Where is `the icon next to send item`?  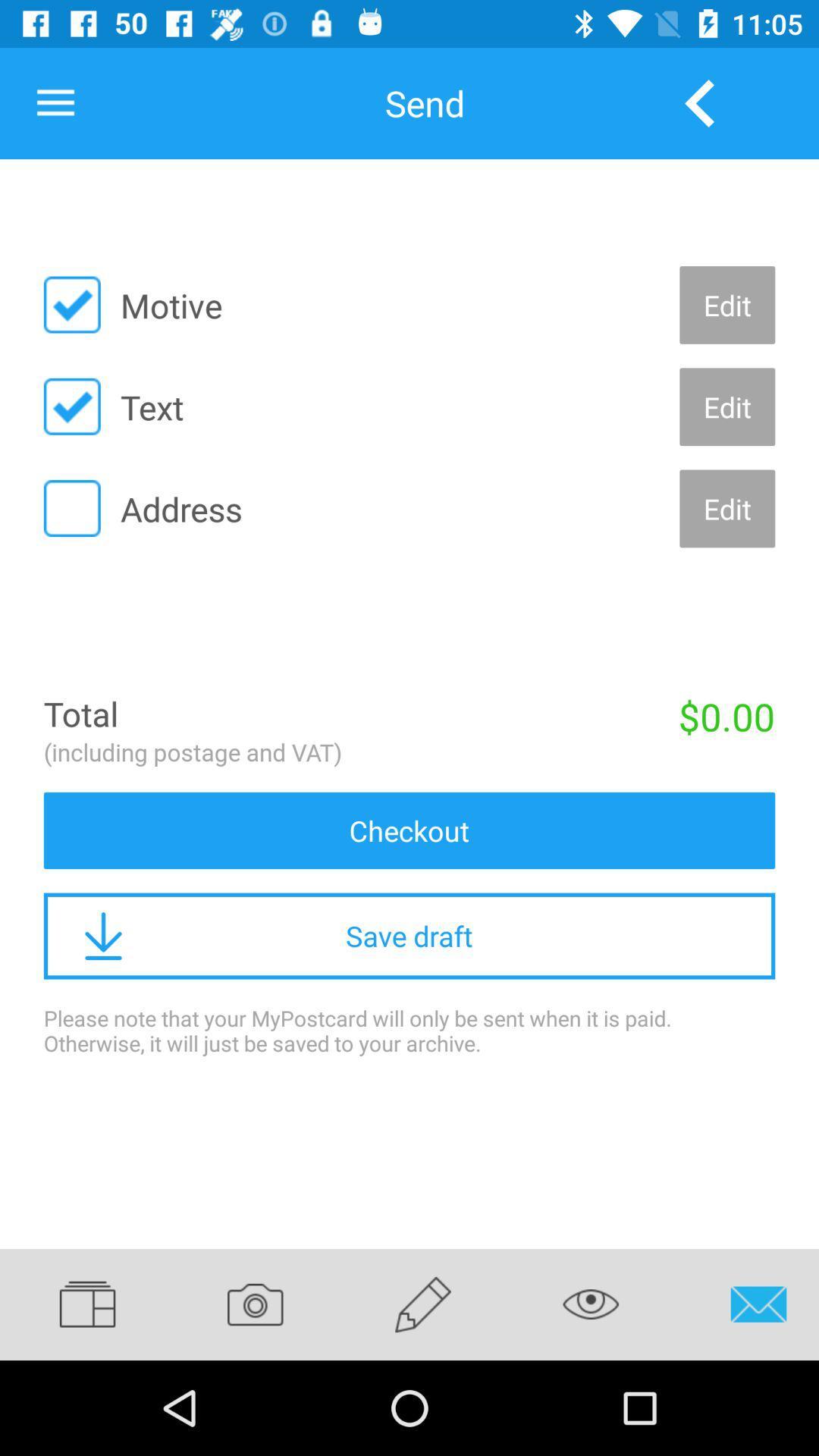 the icon next to send item is located at coordinates (699, 102).